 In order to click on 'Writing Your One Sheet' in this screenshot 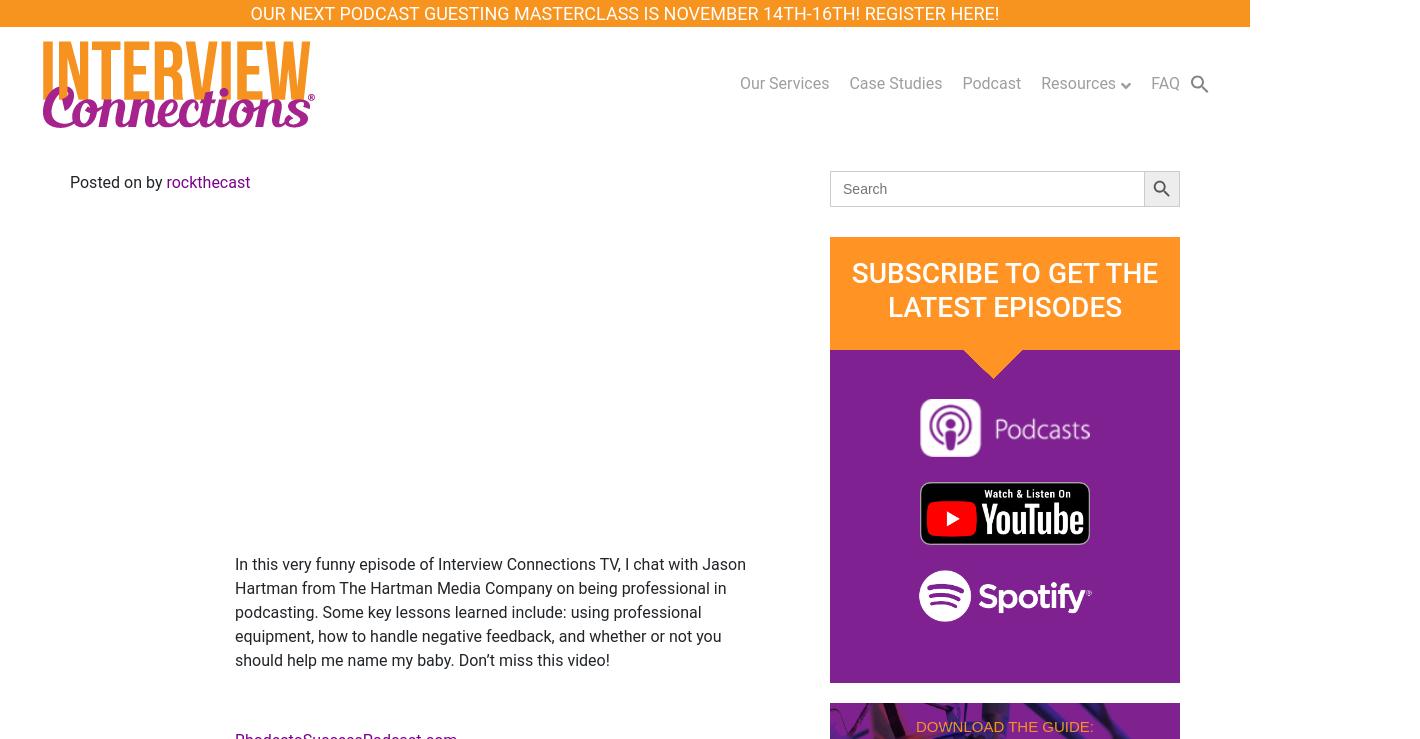, I will do `click(799, 207)`.